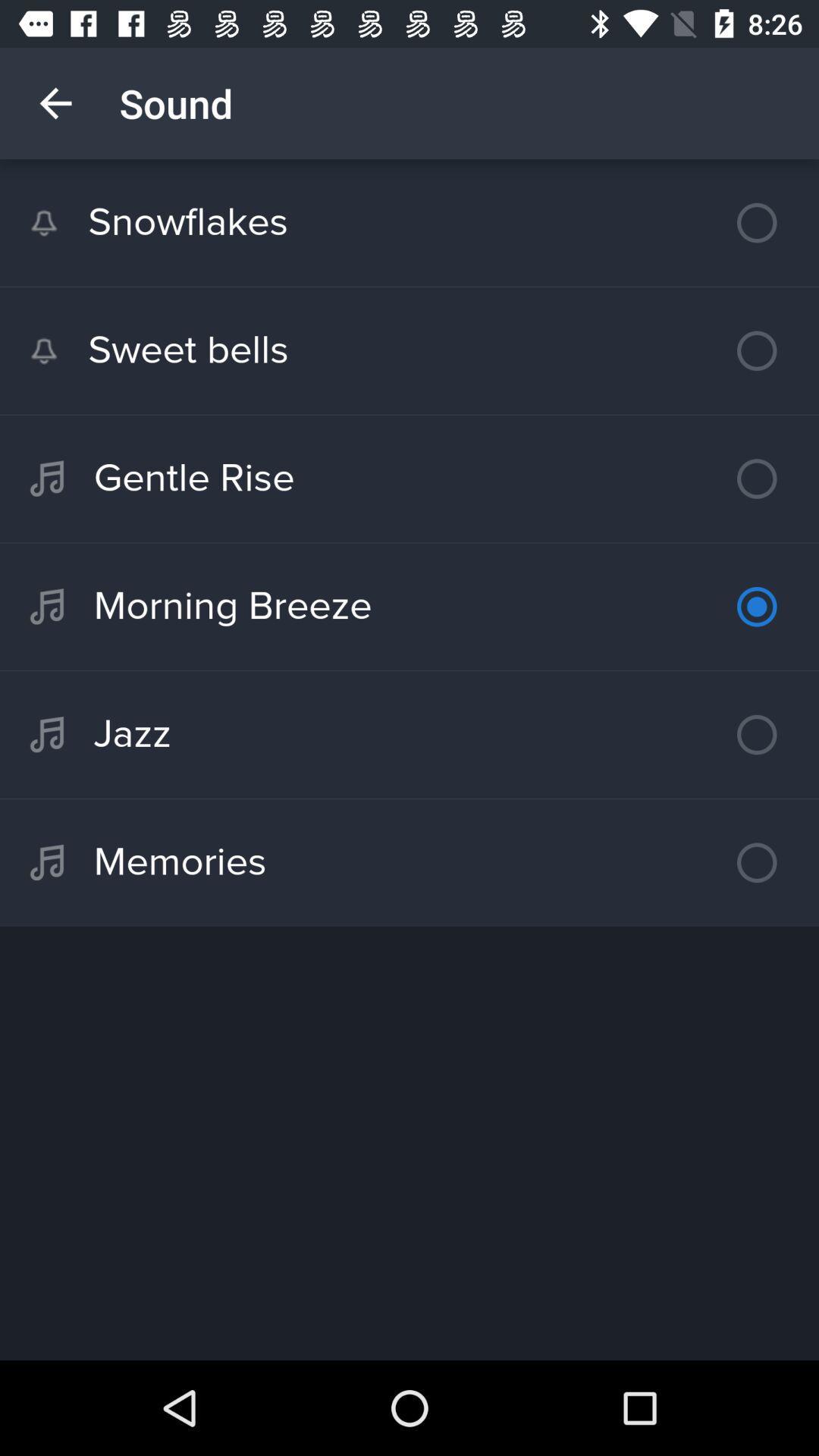 The height and width of the screenshot is (1456, 819). Describe the element at coordinates (409, 735) in the screenshot. I see `the item above memories item` at that location.